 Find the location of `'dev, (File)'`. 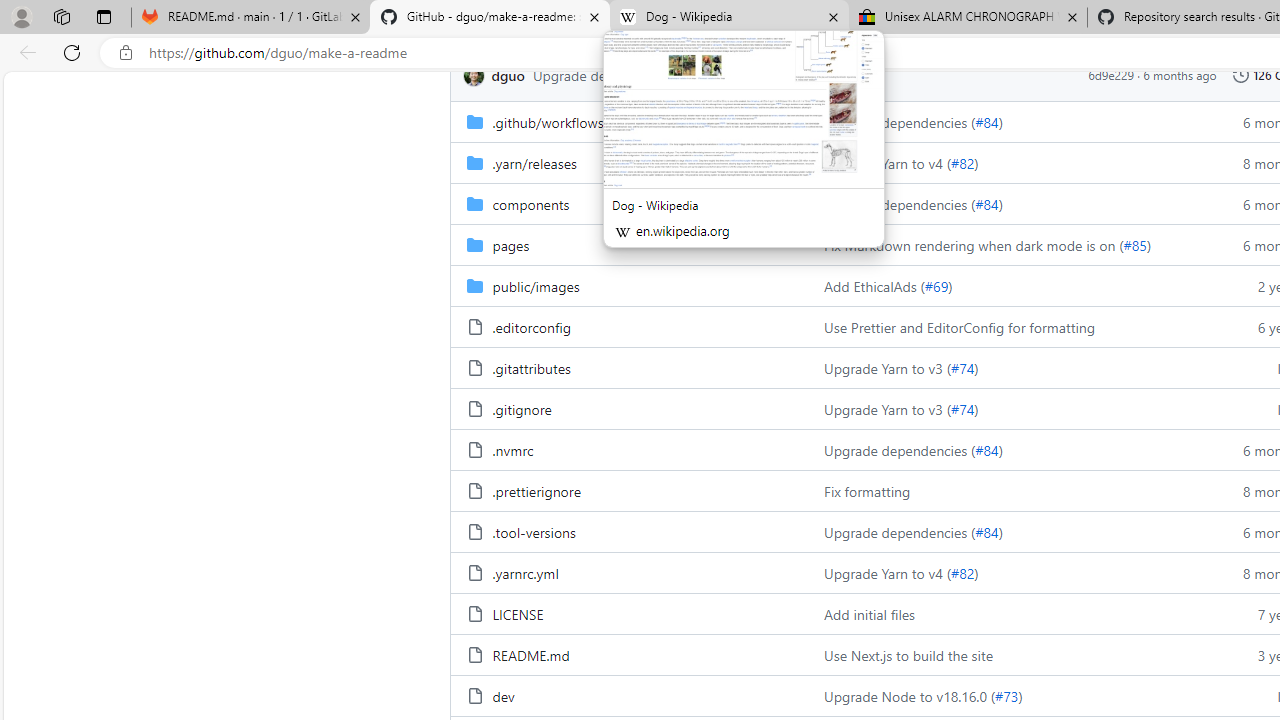

'dev, (File)' is located at coordinates (503, 695).